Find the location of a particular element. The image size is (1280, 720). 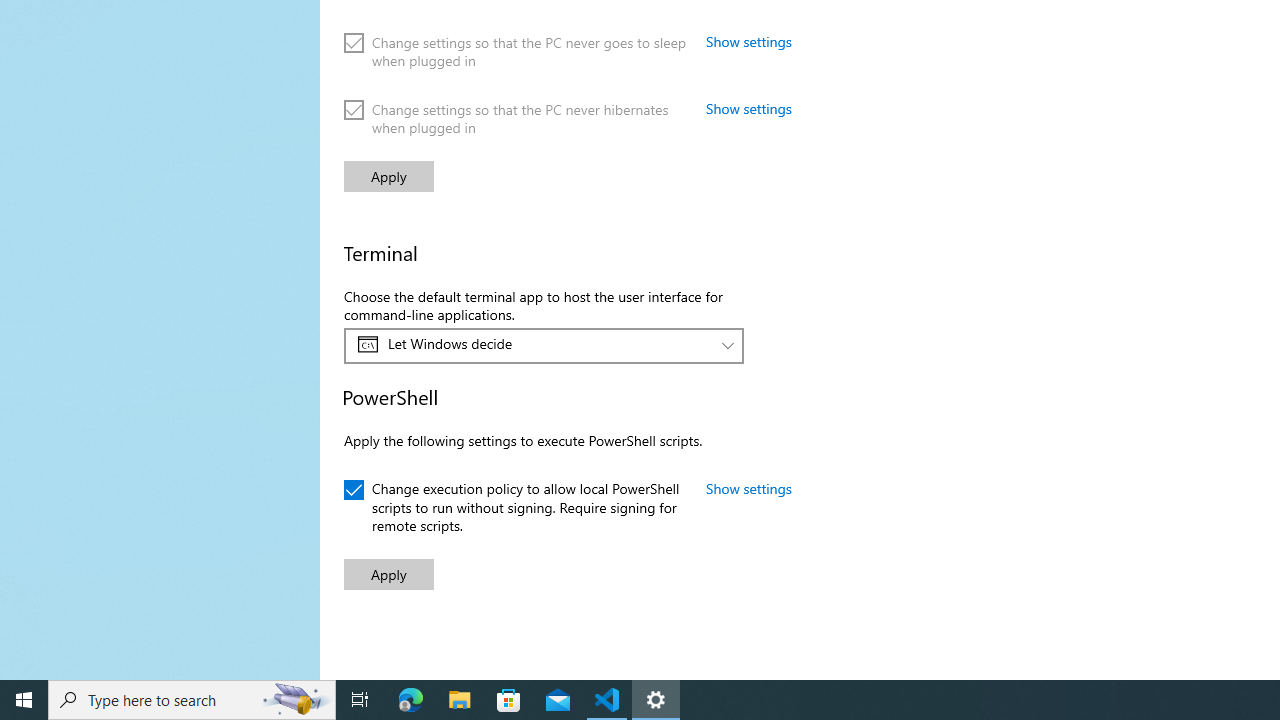

'Task View' is located at coordinates (359, 698).